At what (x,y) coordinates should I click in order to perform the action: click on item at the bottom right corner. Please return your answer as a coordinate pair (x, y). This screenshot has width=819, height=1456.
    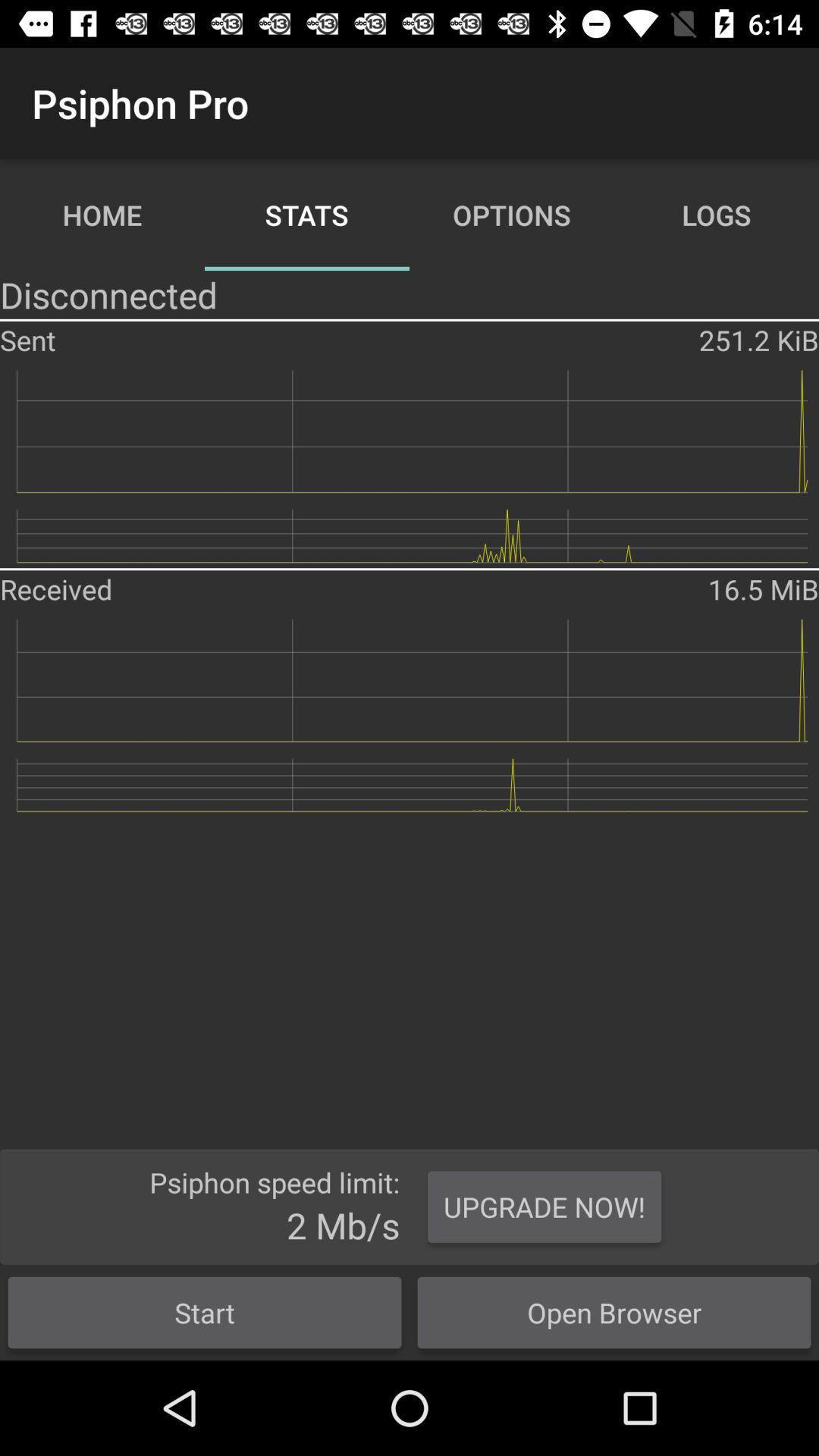
    Looking at the image, I should click on (614, 1312).